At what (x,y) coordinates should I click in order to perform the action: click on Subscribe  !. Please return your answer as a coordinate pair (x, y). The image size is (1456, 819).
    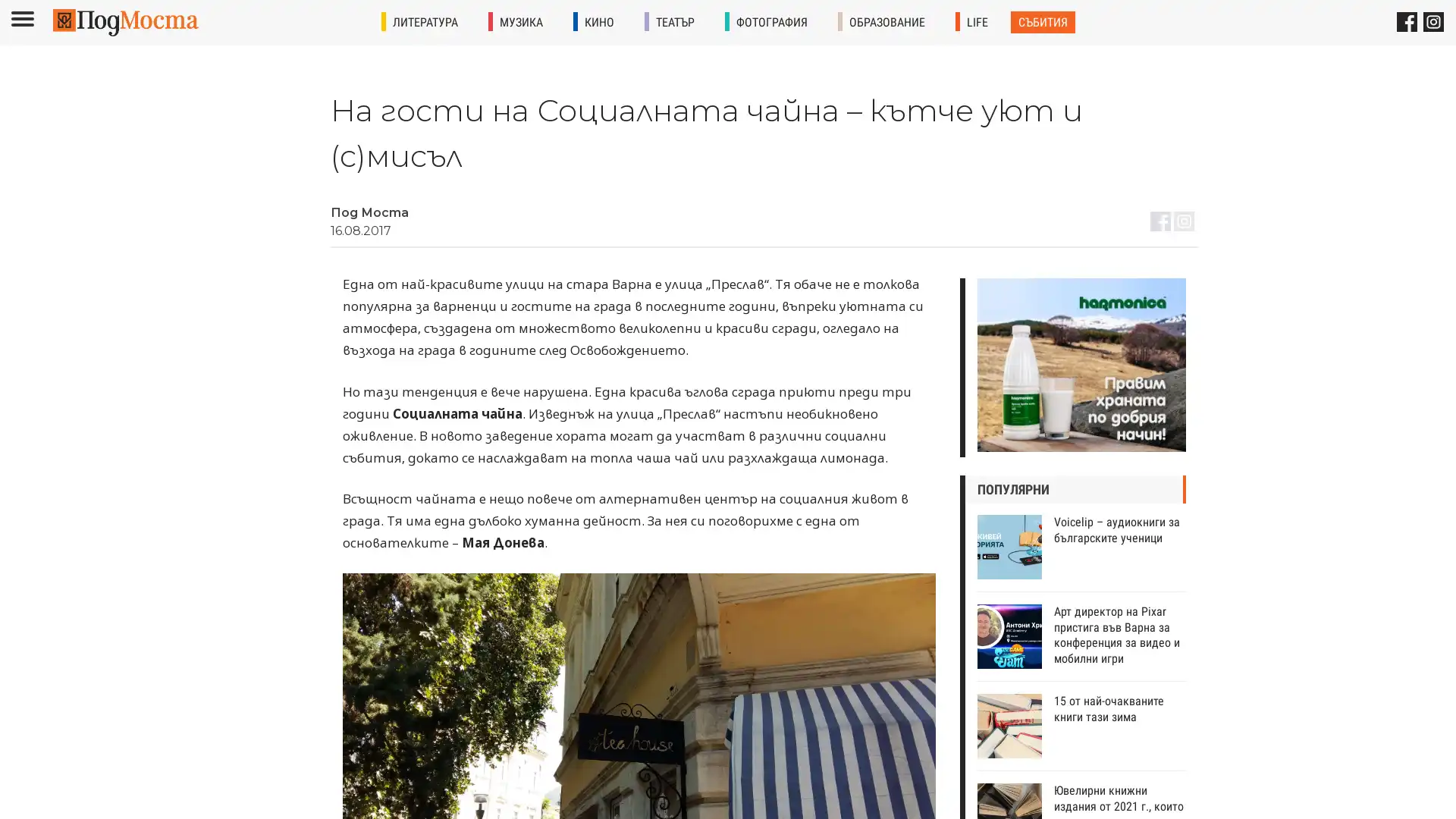
    Looking at the image, I should click on (846, 556).